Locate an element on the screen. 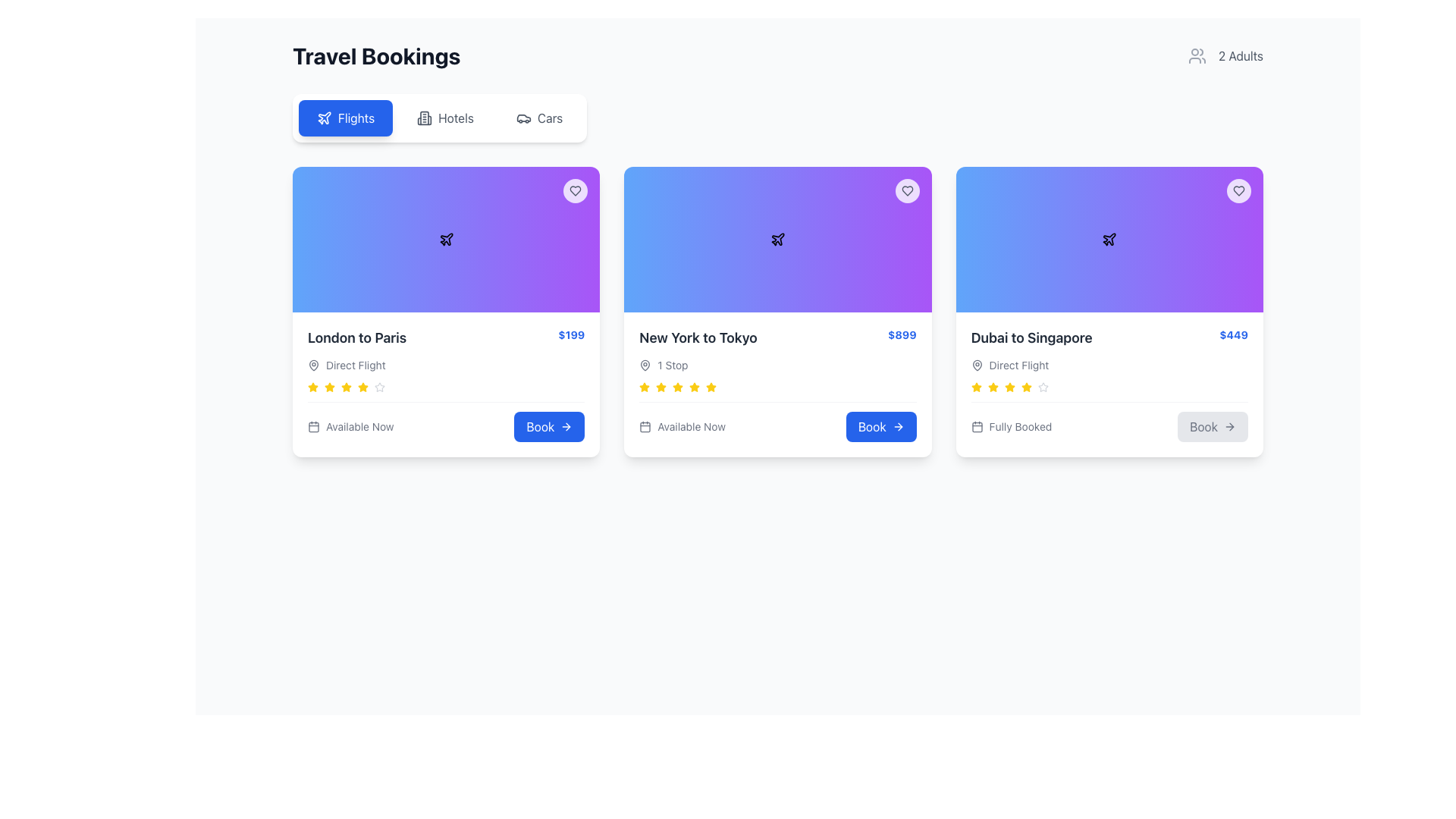 The height and width of the screenshot is (819, 1456). the calendar icon located to the left of the text 'Available Now' in the lower section of the 'New York to Tokyo' card is located at coordinates (645, 427).